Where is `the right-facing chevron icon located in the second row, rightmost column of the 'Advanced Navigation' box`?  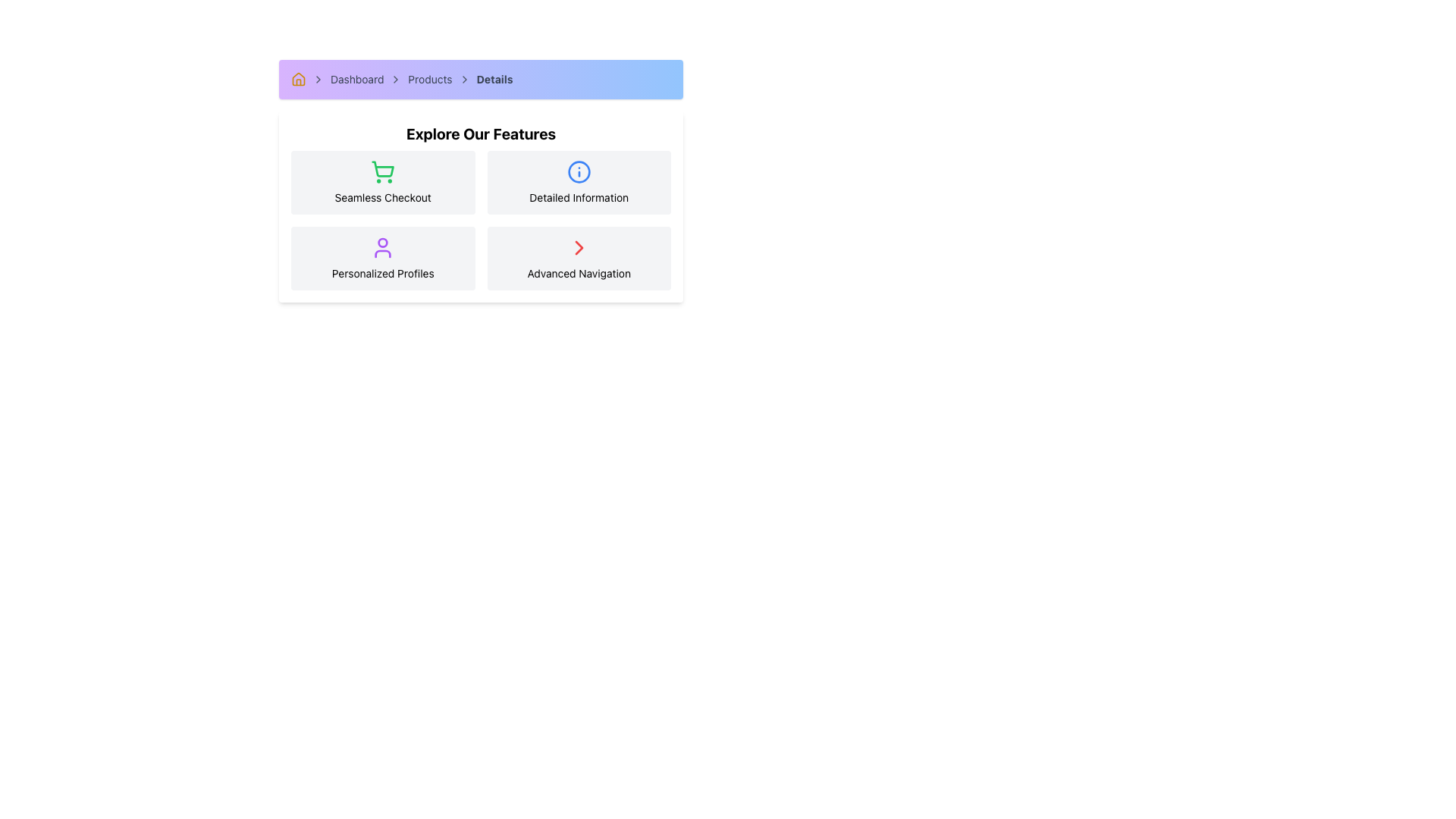
the right-facing chevron icon located in the second row, rightmost column of the 'Advanced Navigation' box is located at coordinates (578, 247).